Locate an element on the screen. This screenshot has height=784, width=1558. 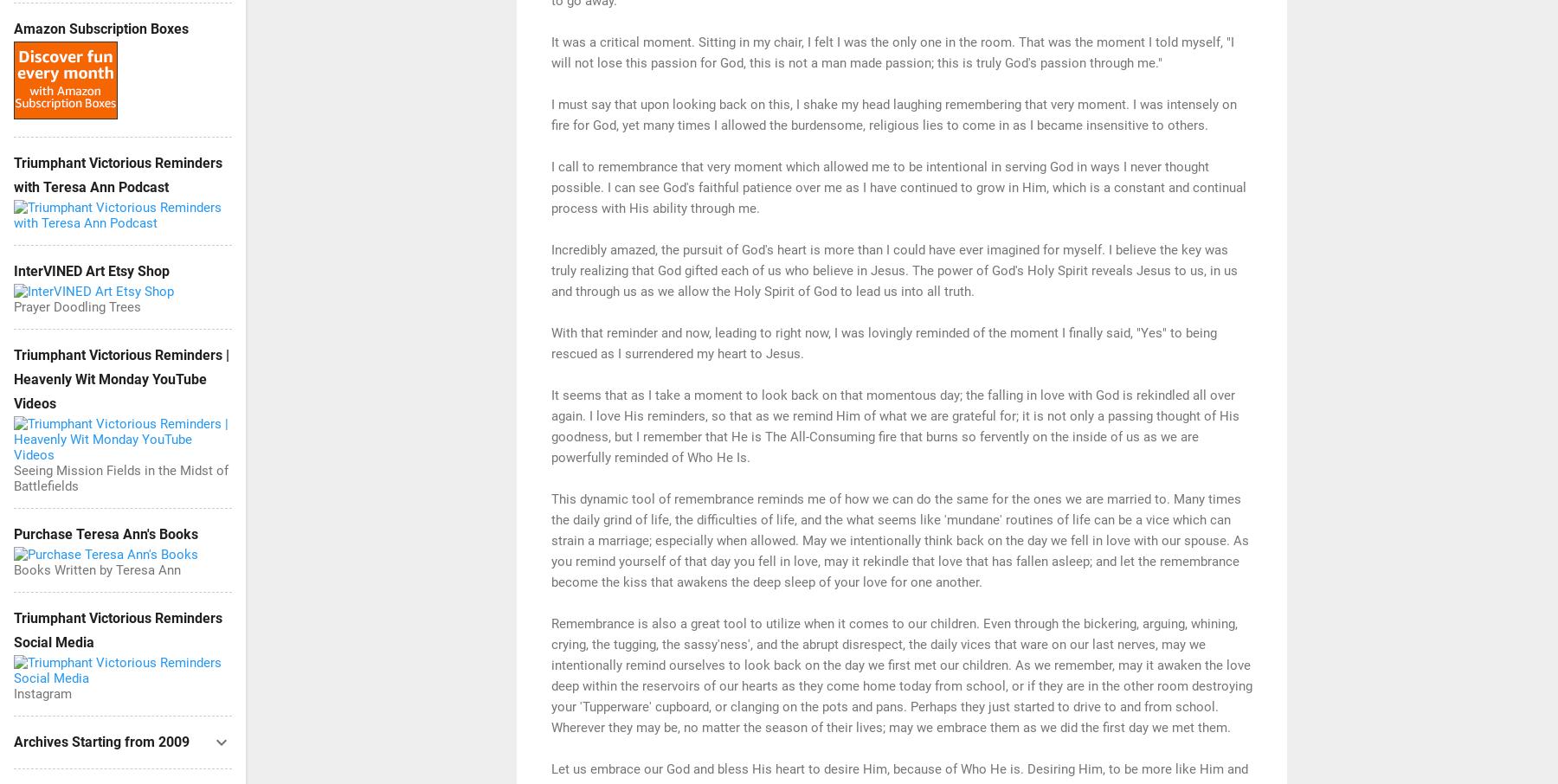
'InterVINED Art Etsy Shop' is located at coordinates (91, 270).